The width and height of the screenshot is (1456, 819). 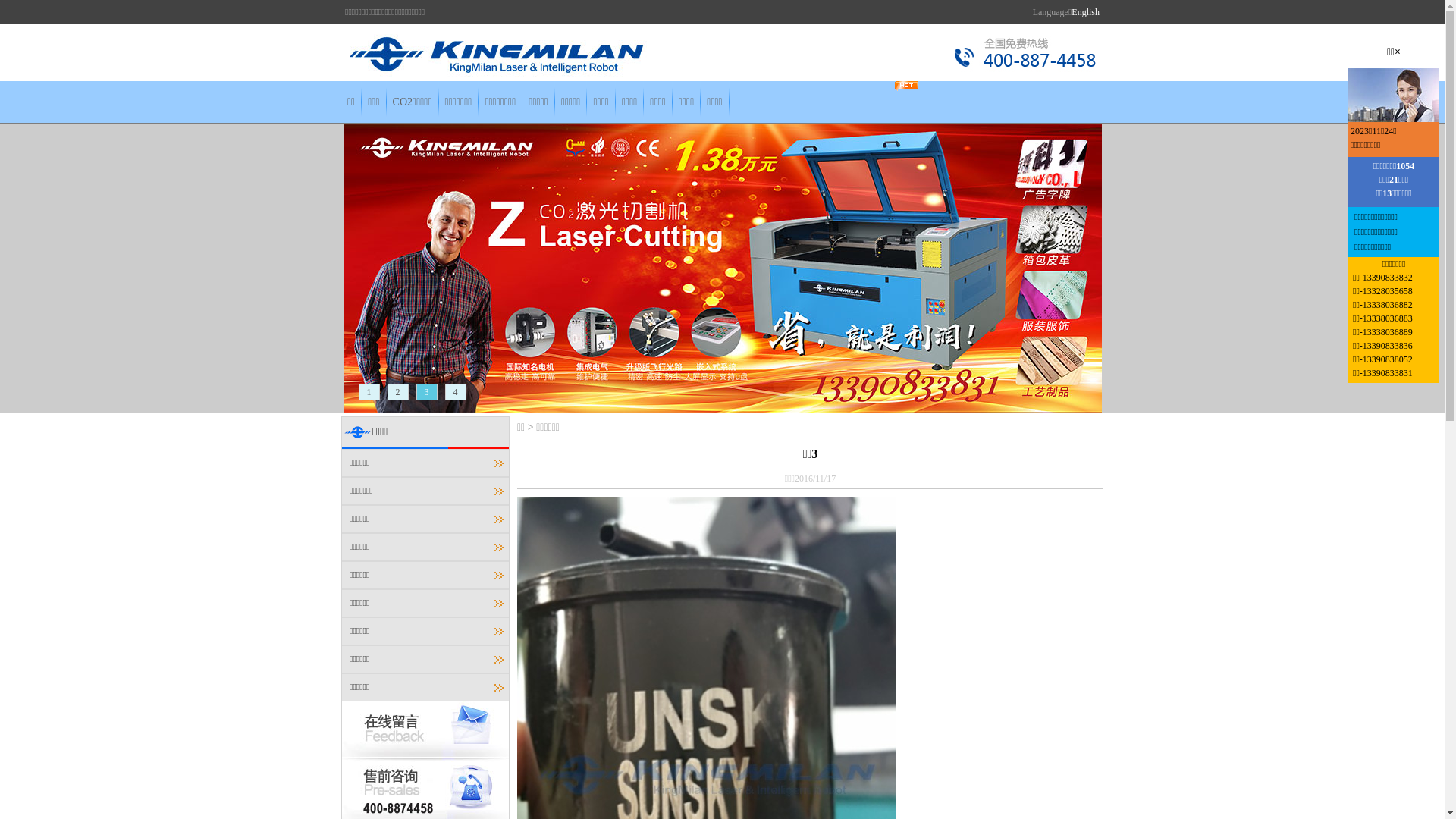 I want to click on 'English', so click(x=1084, y=11).